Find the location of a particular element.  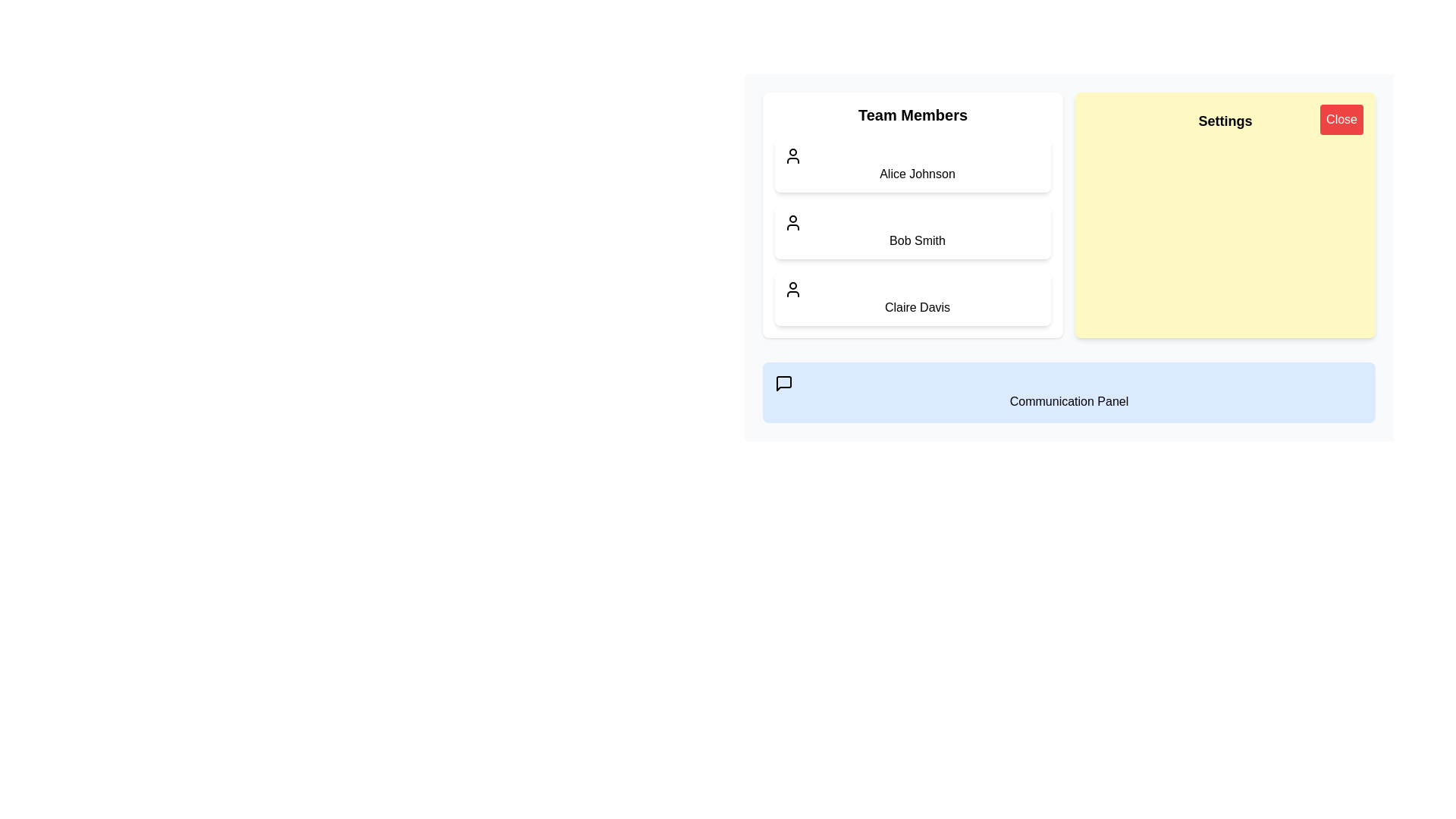

the settings panel located in the rightmost column of the interface for additional interactivity is located at coordinates (1068, 256).